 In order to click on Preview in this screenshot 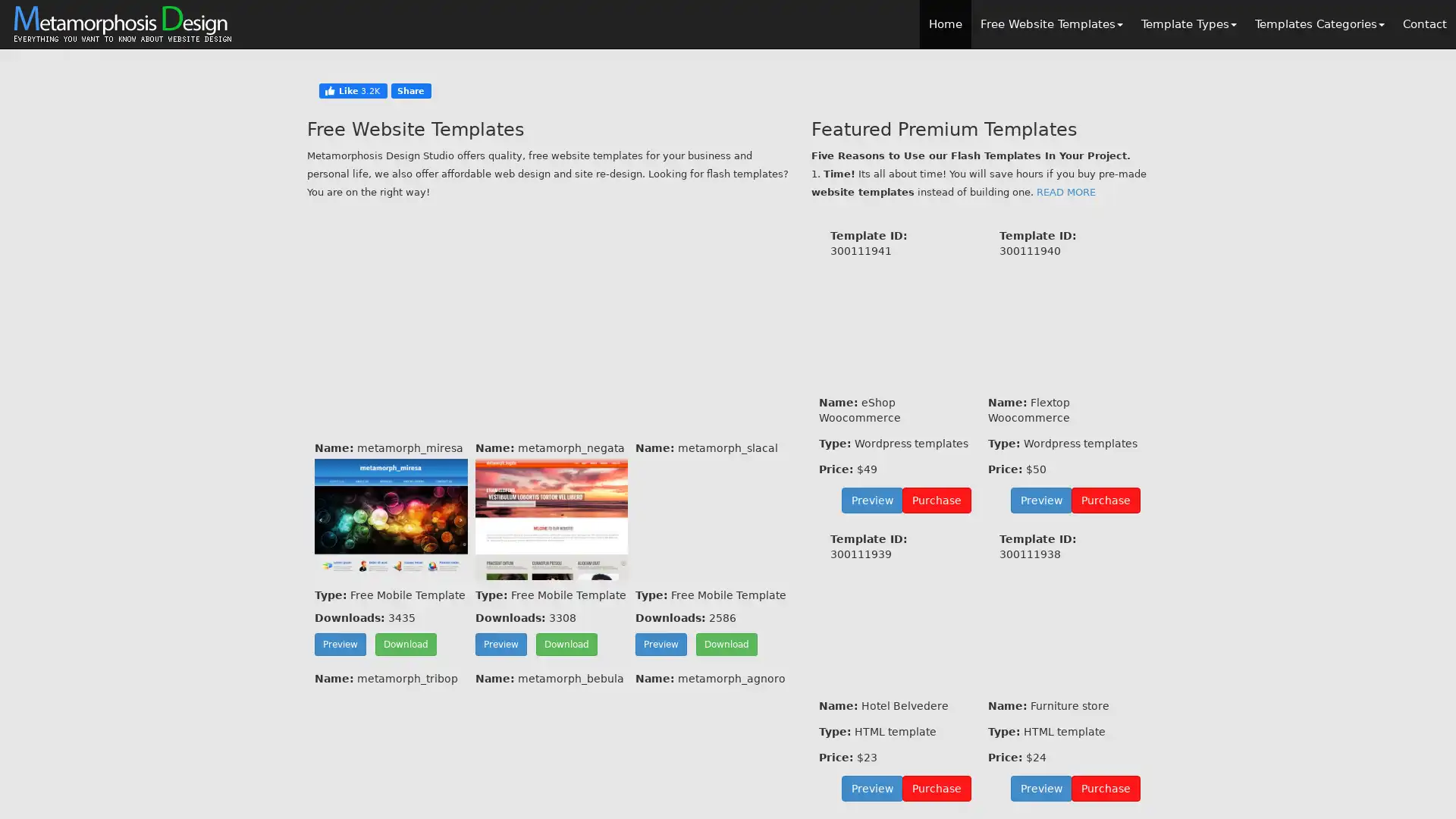, I will do `click(872, 500)`.